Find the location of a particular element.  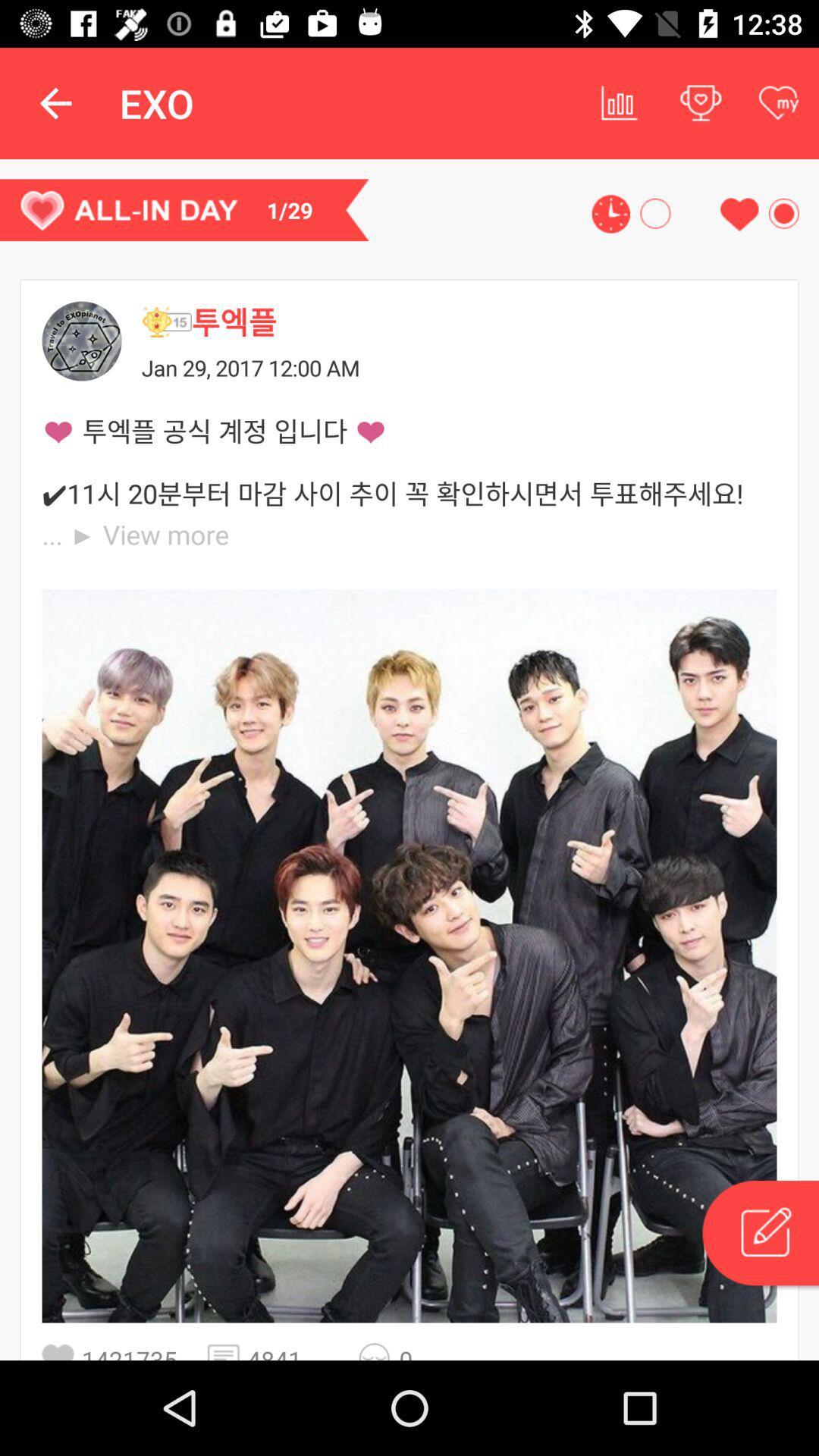

the icon next to the exo item is located at coordinates (55, 102).